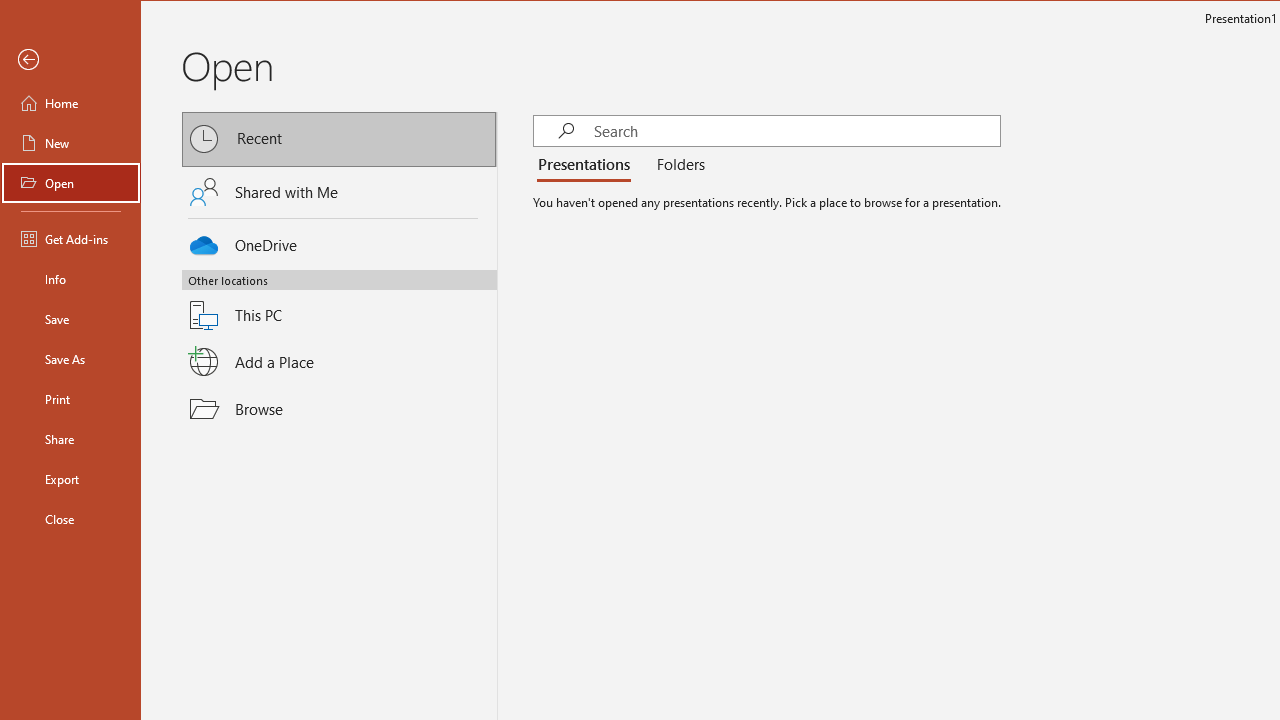 The width and height of the screenshot is (1280, 720). Describe the element at coordinates (339, 191) in the screenshot. I see `'Shared with Me'` at that location.